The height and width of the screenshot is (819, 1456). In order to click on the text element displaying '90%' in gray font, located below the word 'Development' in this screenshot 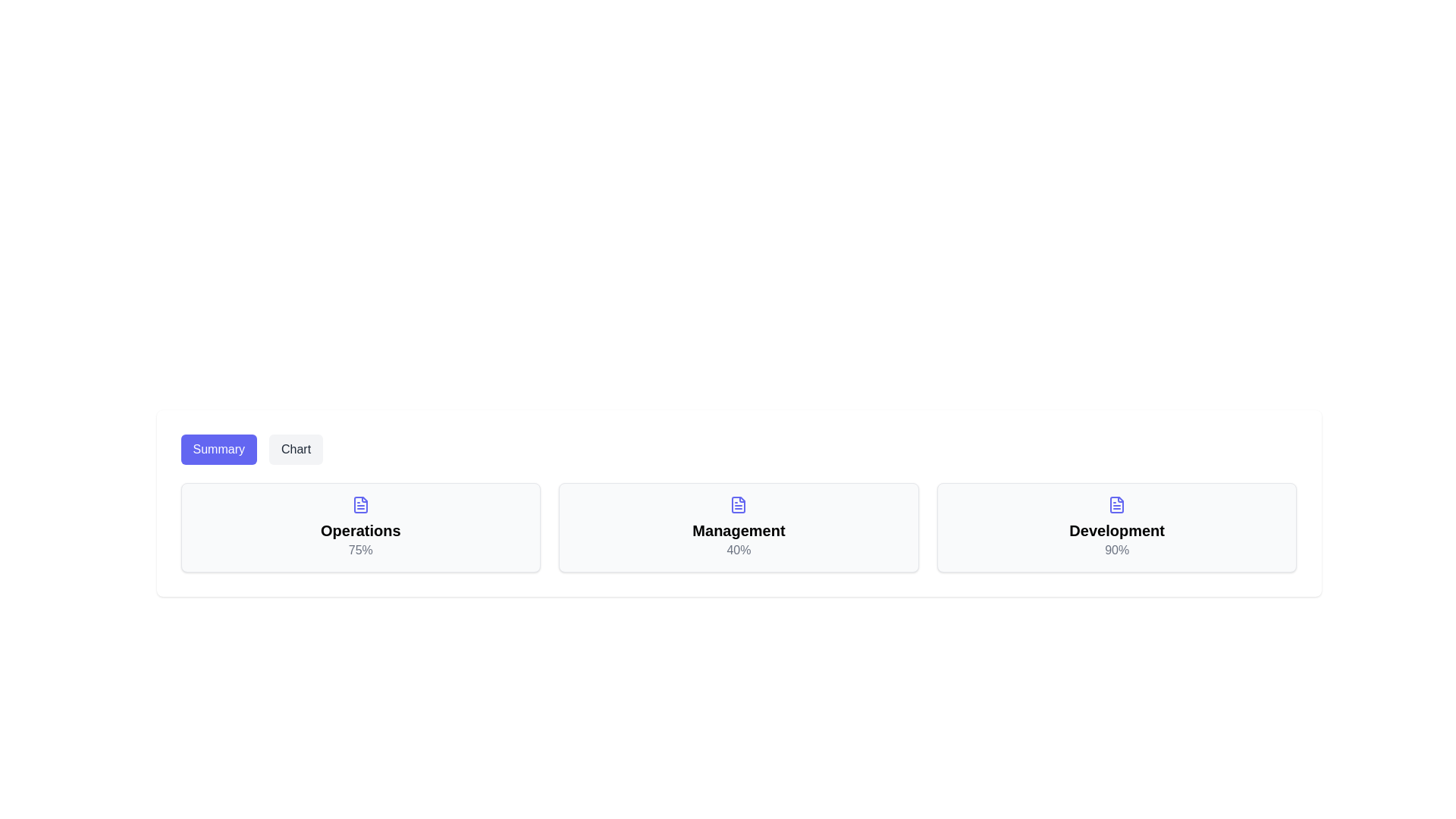, I will do `click(1117, 550)`.